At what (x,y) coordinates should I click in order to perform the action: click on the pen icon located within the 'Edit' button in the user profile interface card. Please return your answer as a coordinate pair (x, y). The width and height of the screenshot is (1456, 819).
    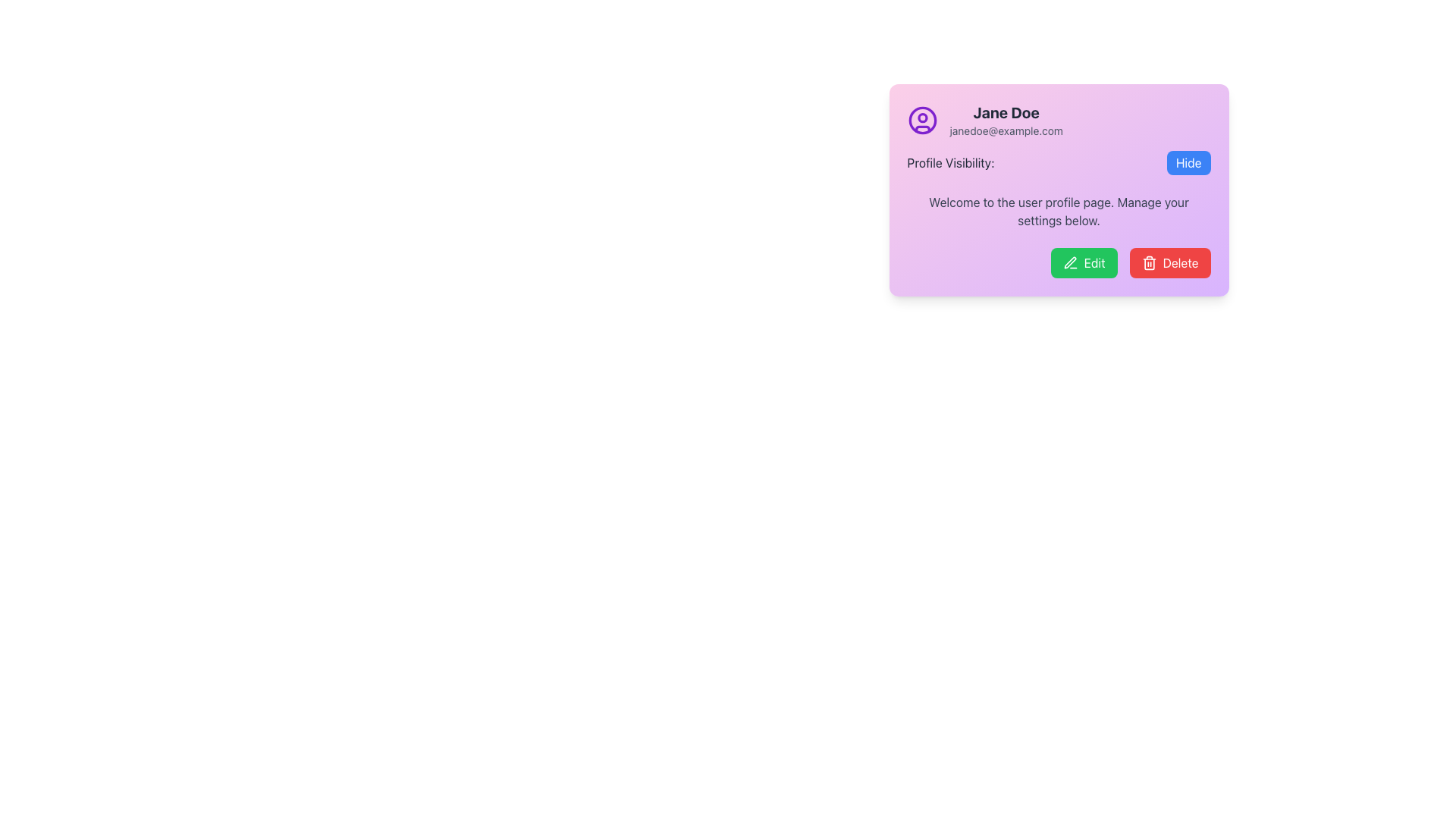
    Looking at the image, I should click on (1069, 262).